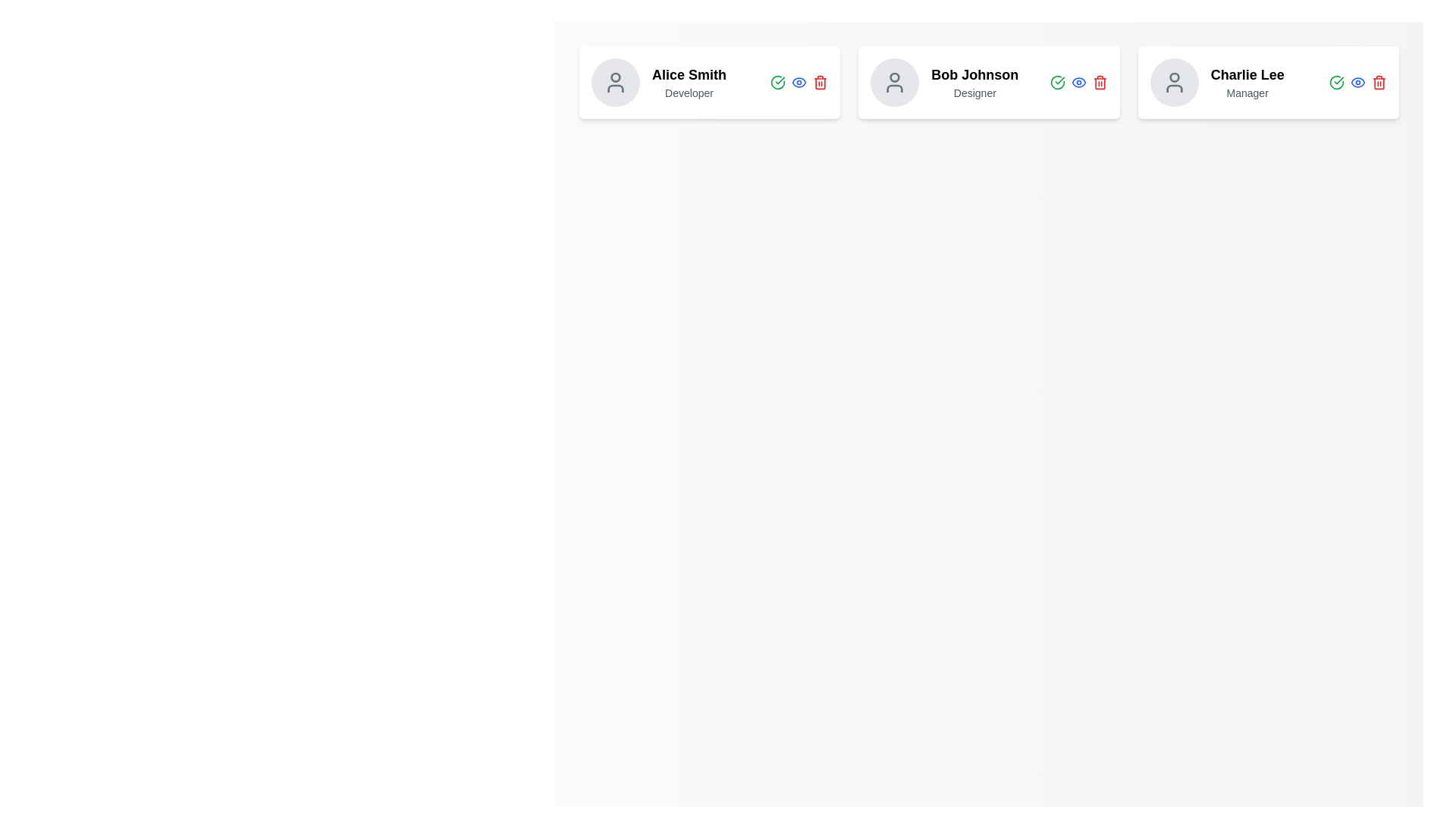  What do you see at coordinates (895, 82) in the screenshot?
I see `the user profile icon, which is an avatar styled in muted gray, located in the card labeled 'Bob Johnson' near the top-left side` at bounding box center [895, 82].